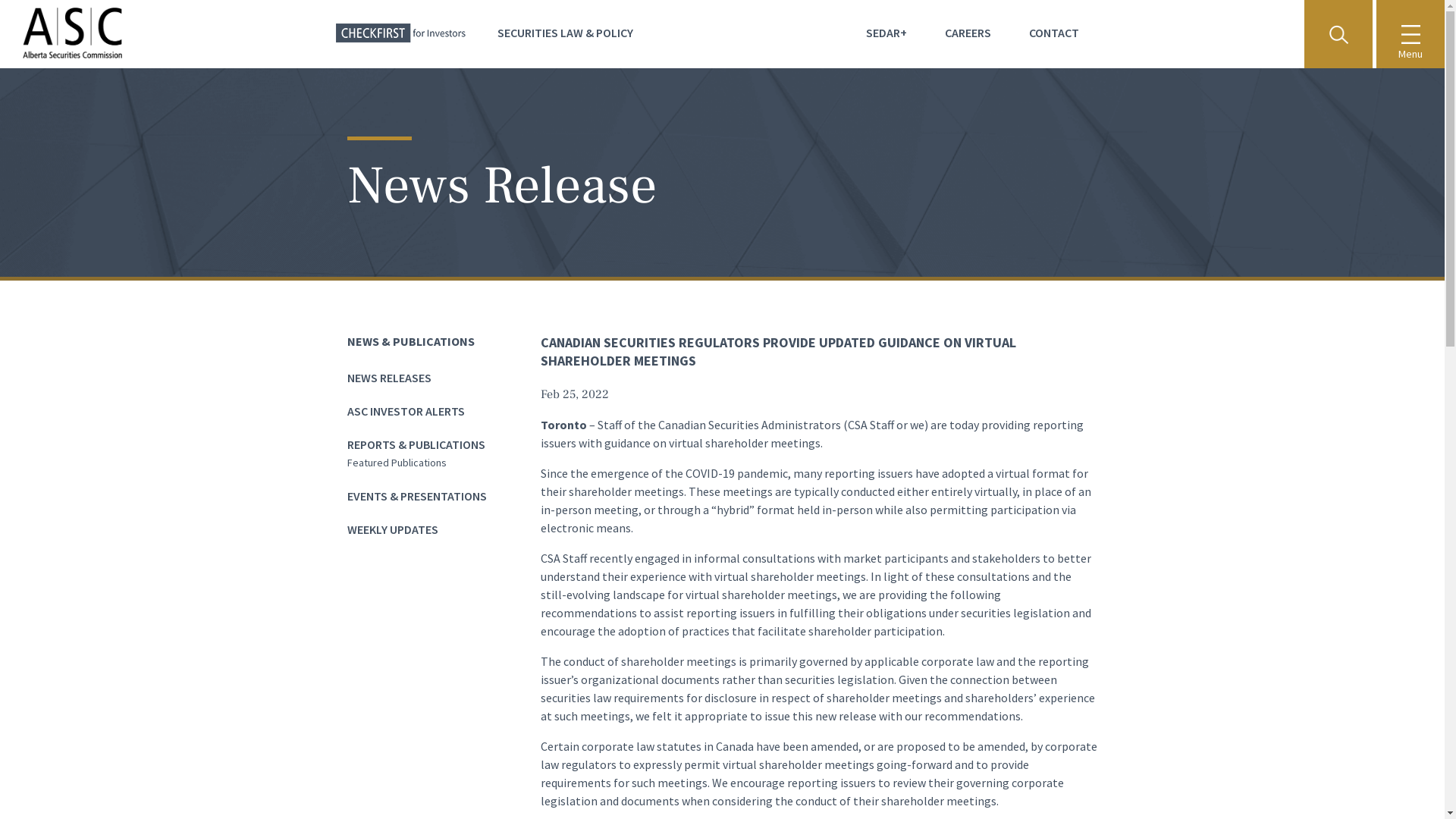  I want to click on 'SEDAR+', so click(886, 32).